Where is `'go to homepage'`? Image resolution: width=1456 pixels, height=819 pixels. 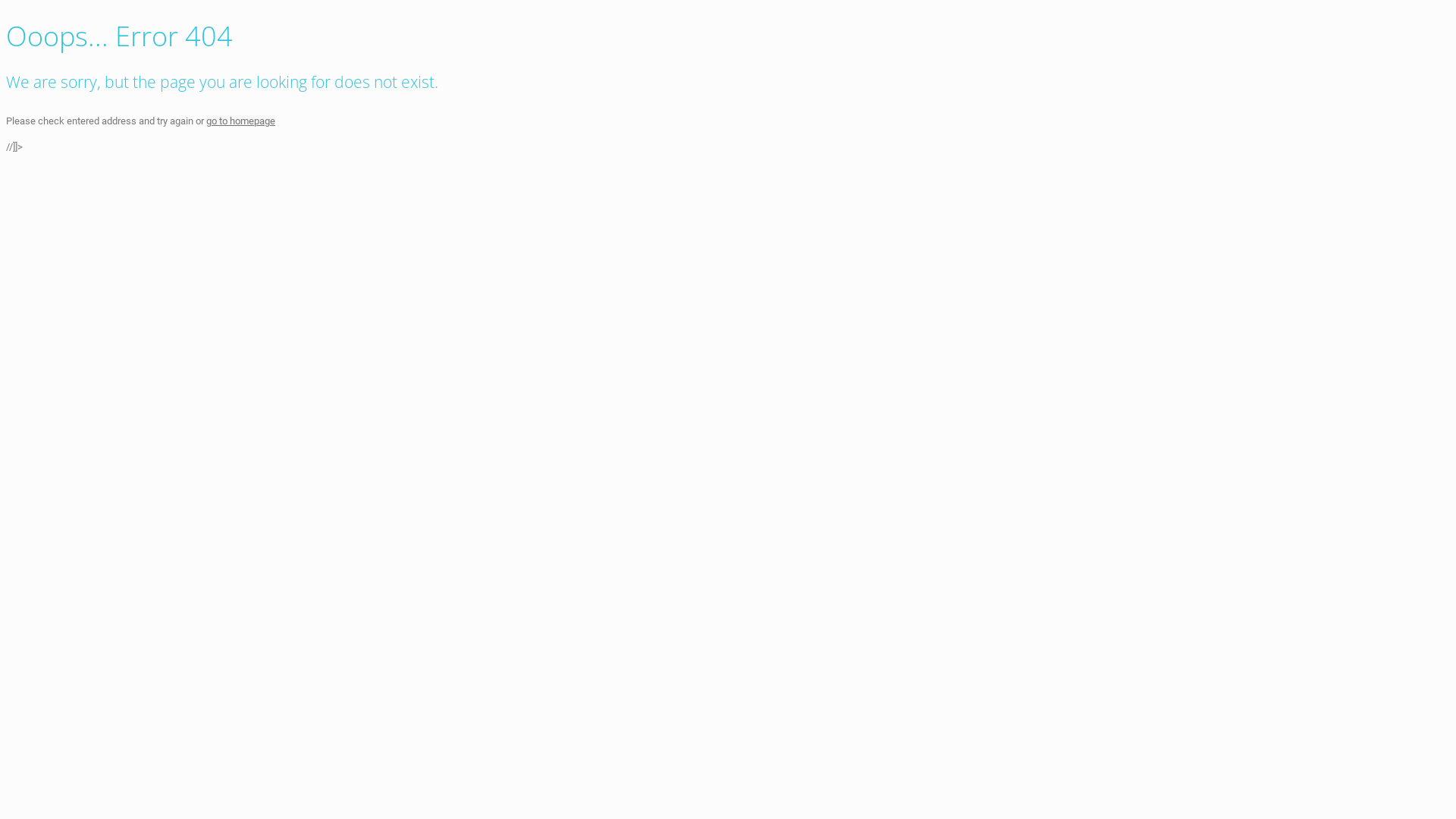 'go to homepage' is located at coordinates (240, 120).